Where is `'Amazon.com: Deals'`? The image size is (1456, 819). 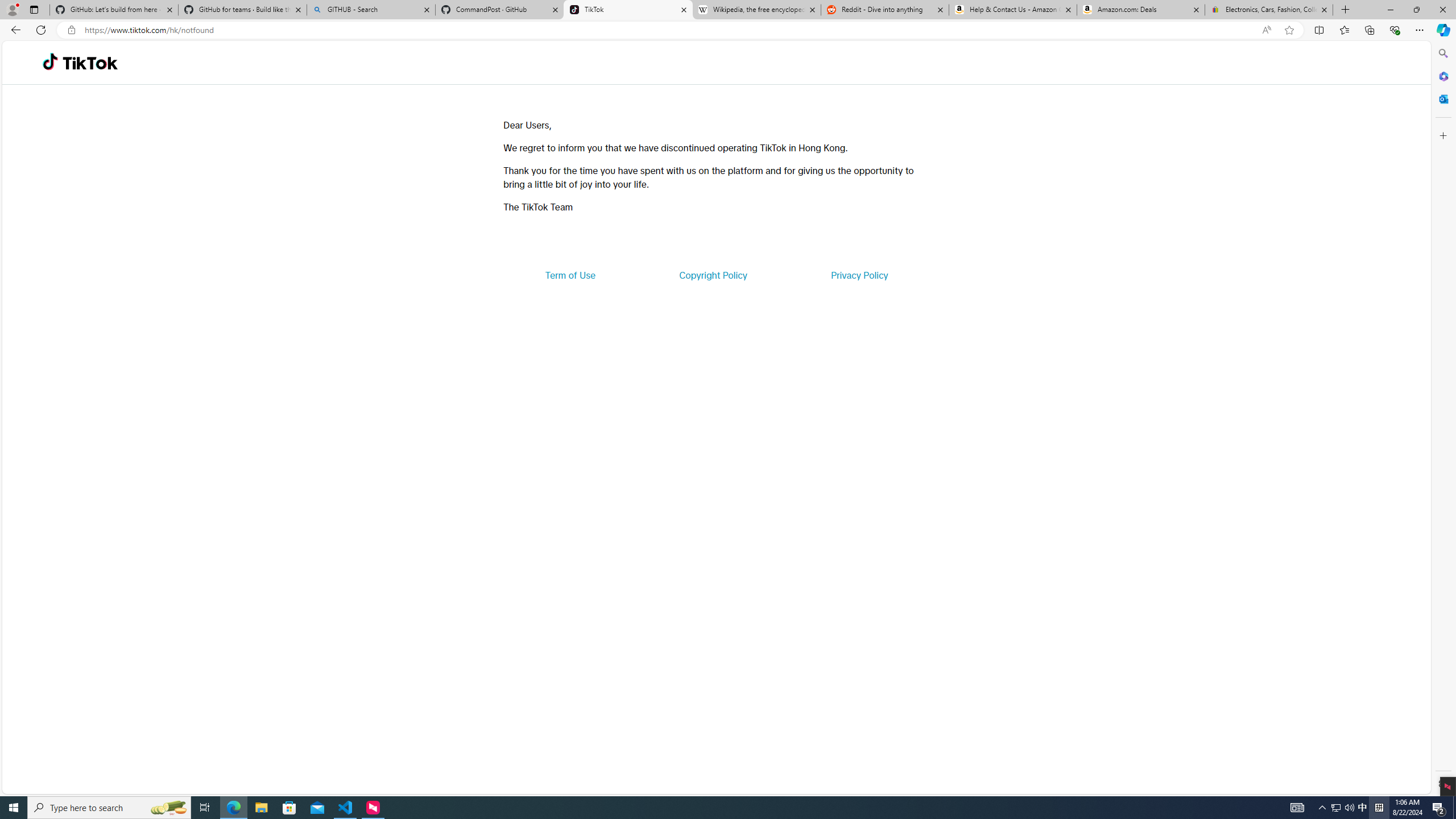 'Amazon.com: Deals' is located at coordinates (1140, 9).